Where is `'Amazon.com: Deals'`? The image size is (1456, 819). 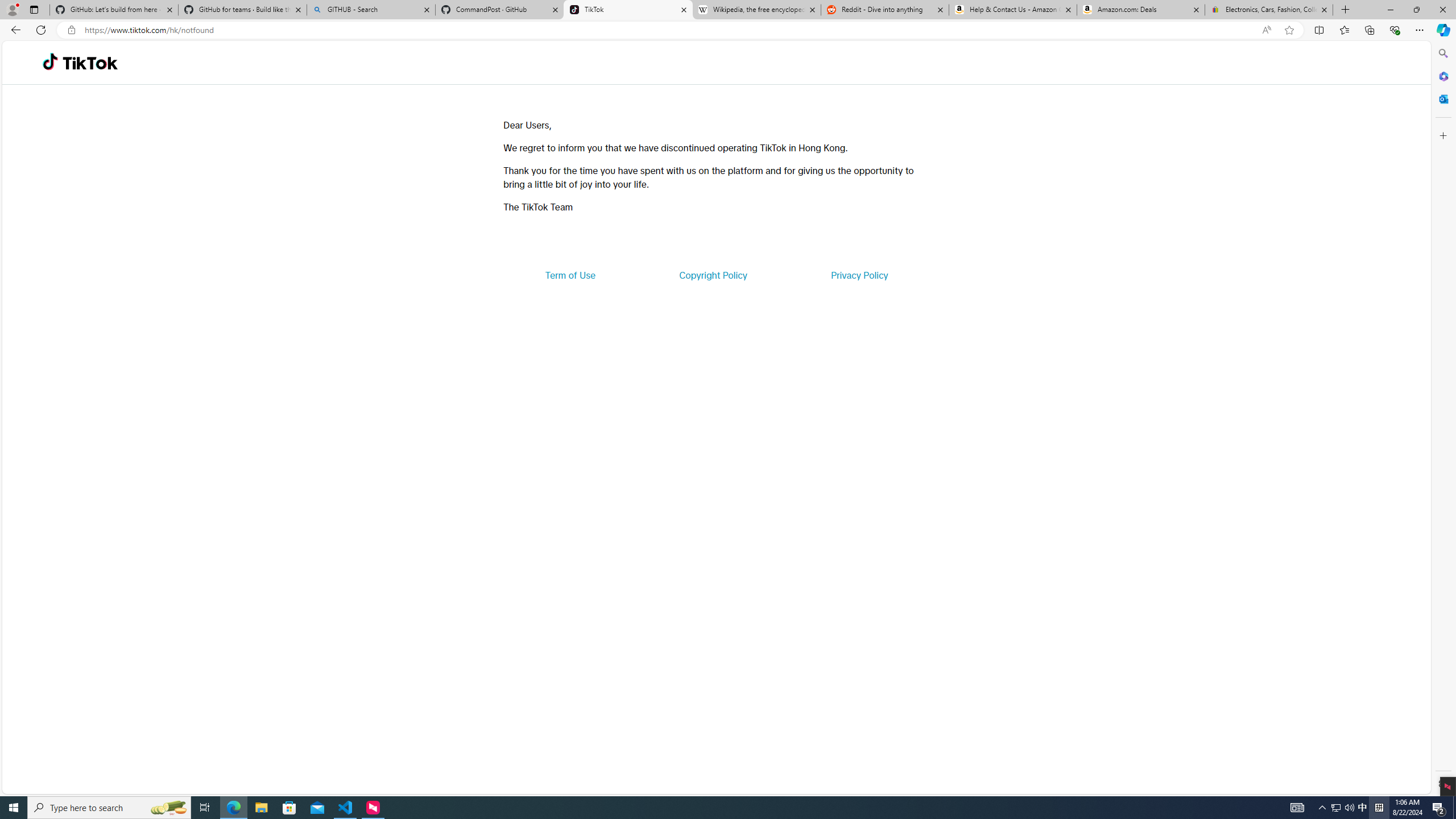 'Amazon.com: Deals' is located at coordinates (1140, 9).